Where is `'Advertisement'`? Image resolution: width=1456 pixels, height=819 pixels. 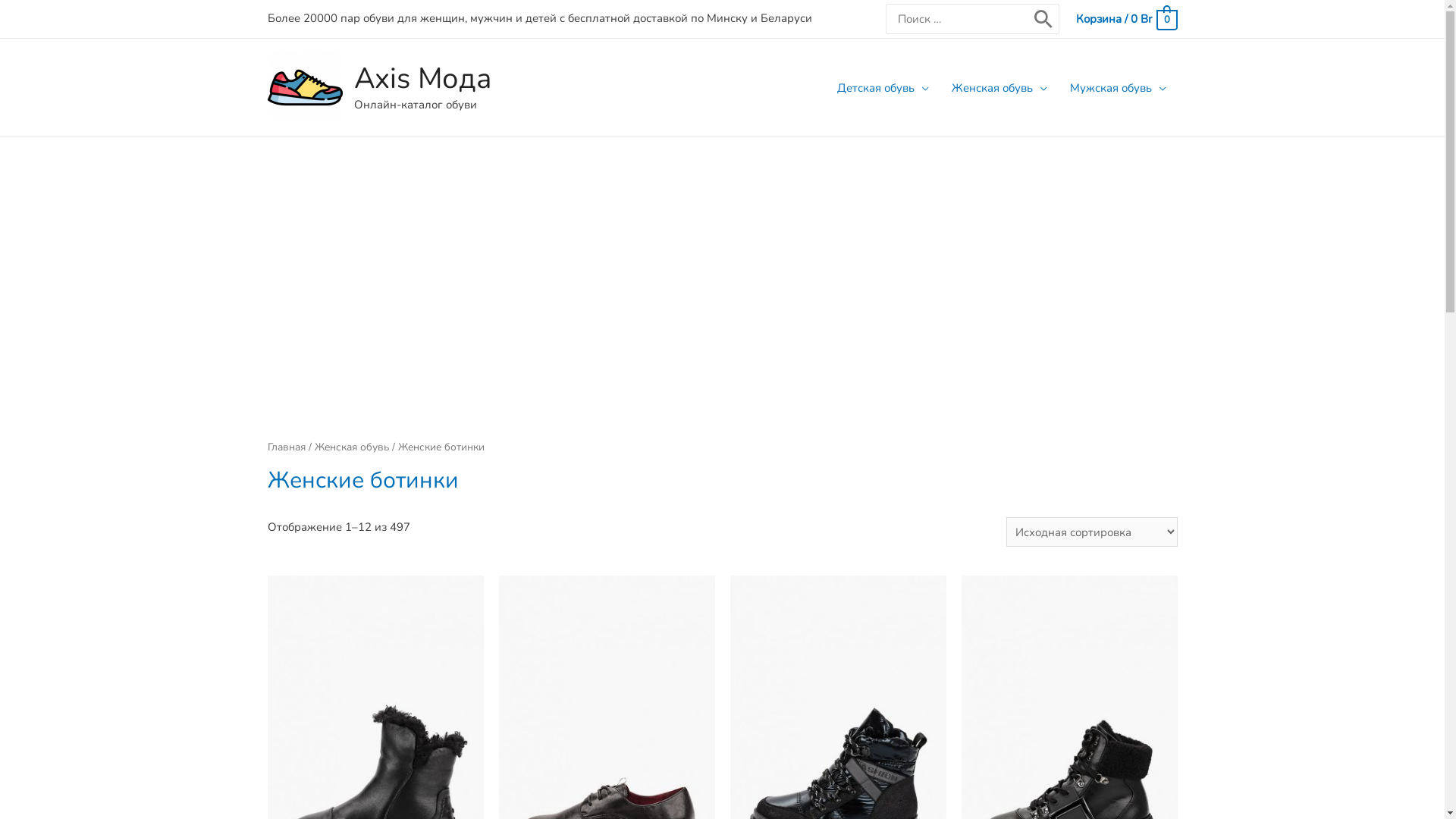 'Advertisement' is located at coordinates (720, 263).